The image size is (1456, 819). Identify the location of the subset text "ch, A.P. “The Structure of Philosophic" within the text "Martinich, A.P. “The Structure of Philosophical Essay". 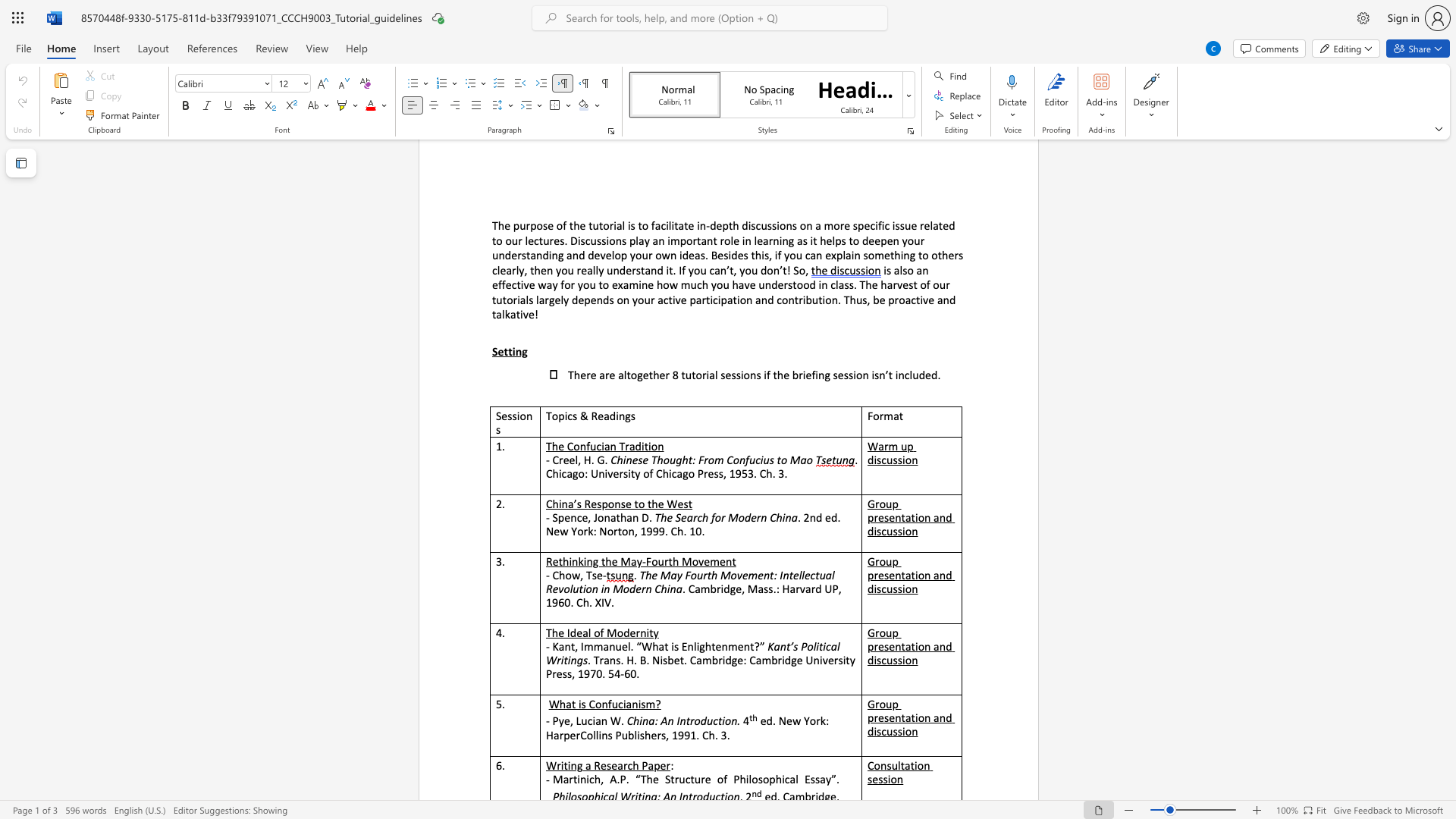
(588, 779).